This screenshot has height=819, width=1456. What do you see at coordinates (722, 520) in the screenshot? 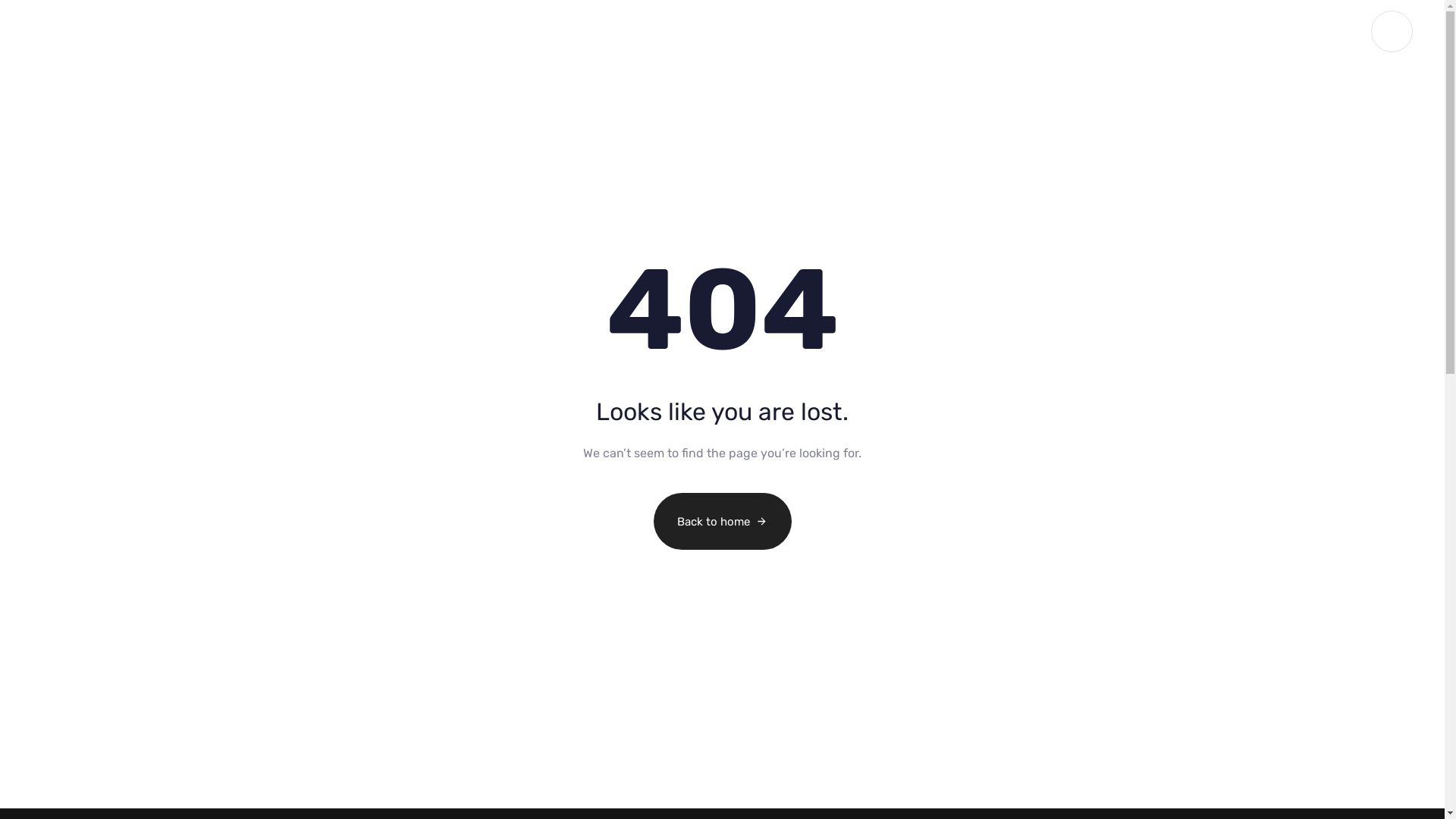
I see `'Back to home'` at bounding box center [722, 520].